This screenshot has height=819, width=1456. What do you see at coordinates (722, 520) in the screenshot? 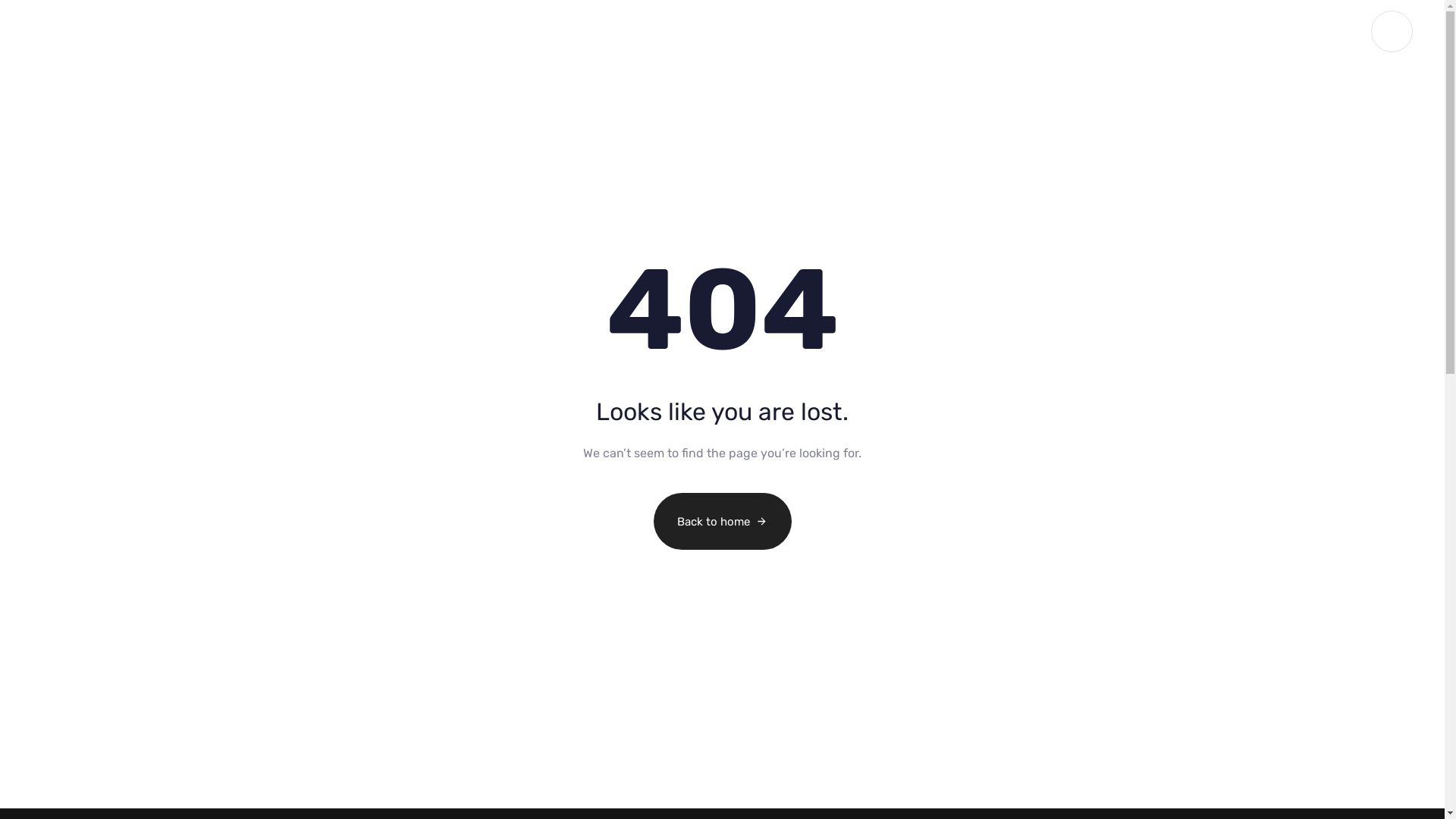
I see `'Back to home'` at bounding box center [722, 520].